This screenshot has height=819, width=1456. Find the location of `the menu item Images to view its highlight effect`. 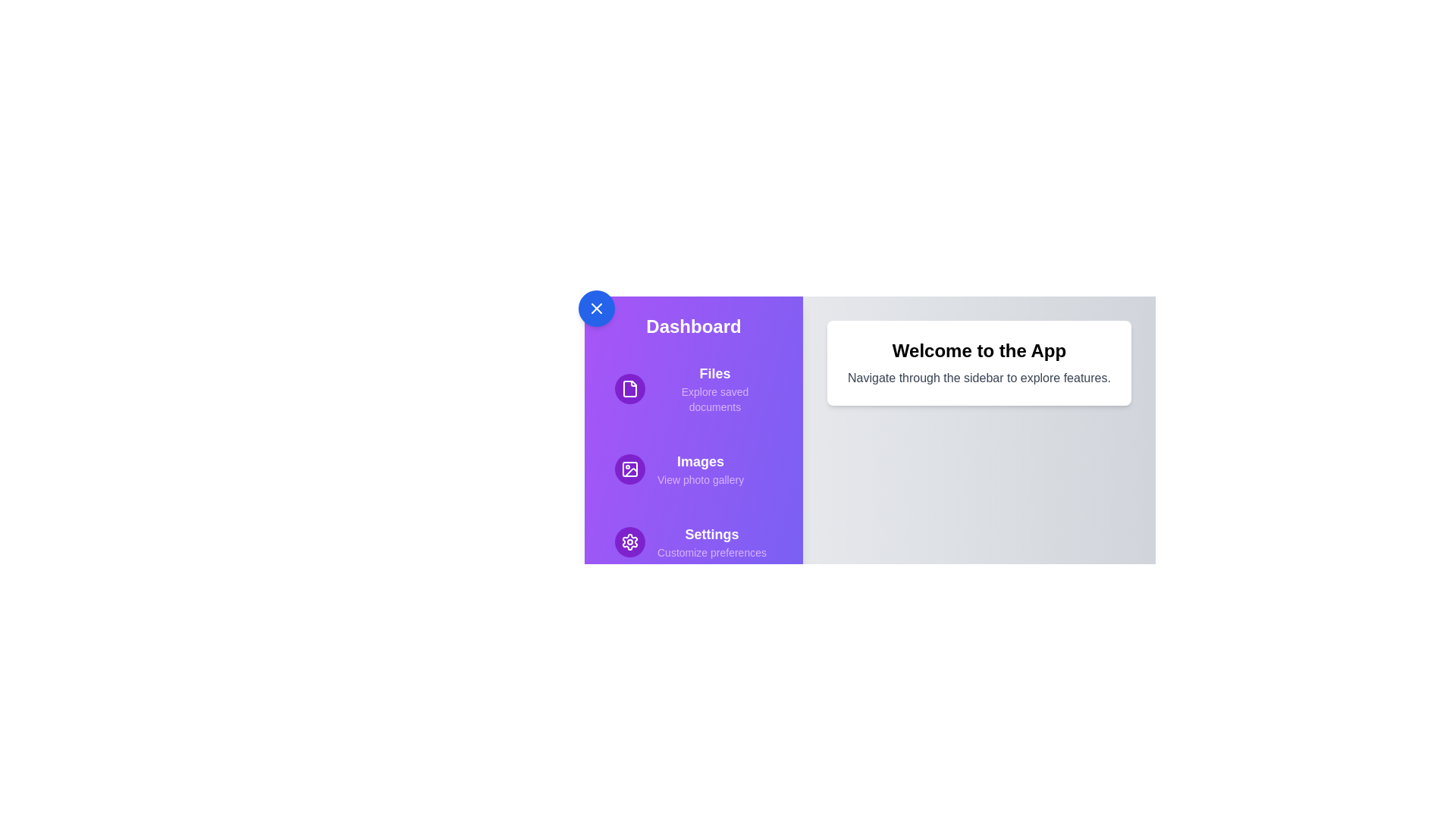

the menu item Images to view its highlight effect is located at coordinates (693, 468).